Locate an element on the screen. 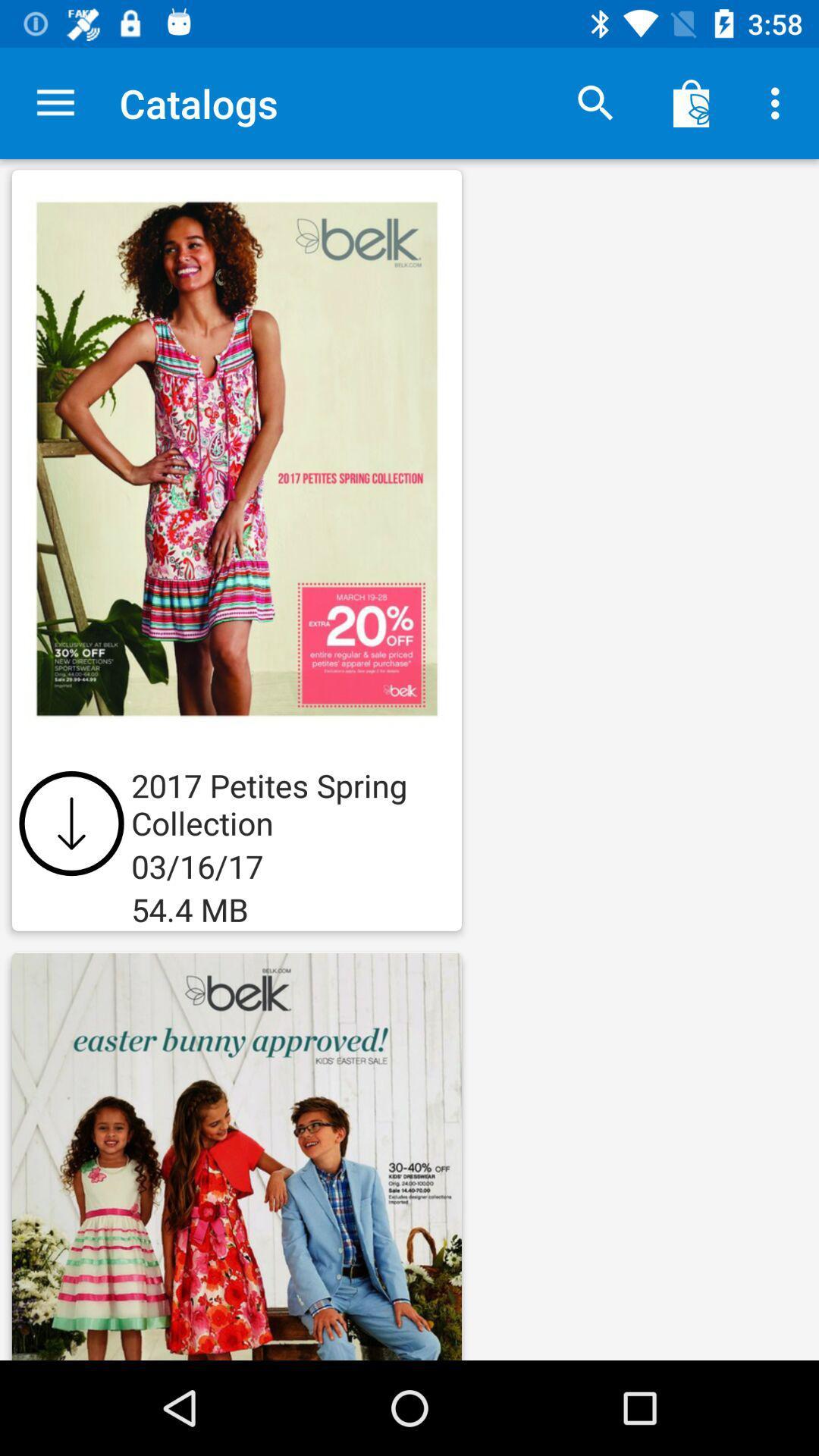  the icon to the right of the catalogs icon is located at coordinates (595, 102).